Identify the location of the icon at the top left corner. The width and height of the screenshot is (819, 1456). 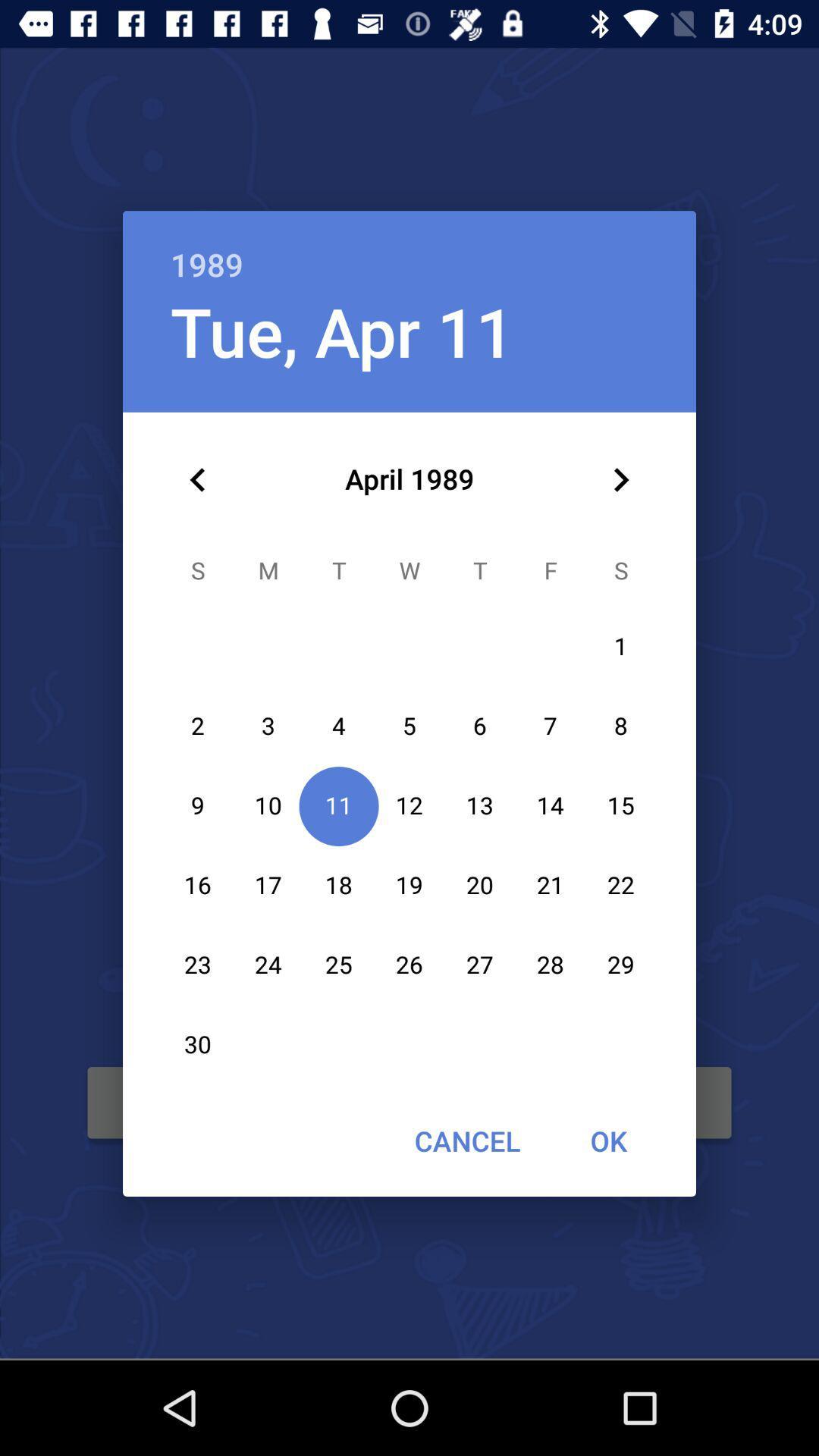
(197, 479).